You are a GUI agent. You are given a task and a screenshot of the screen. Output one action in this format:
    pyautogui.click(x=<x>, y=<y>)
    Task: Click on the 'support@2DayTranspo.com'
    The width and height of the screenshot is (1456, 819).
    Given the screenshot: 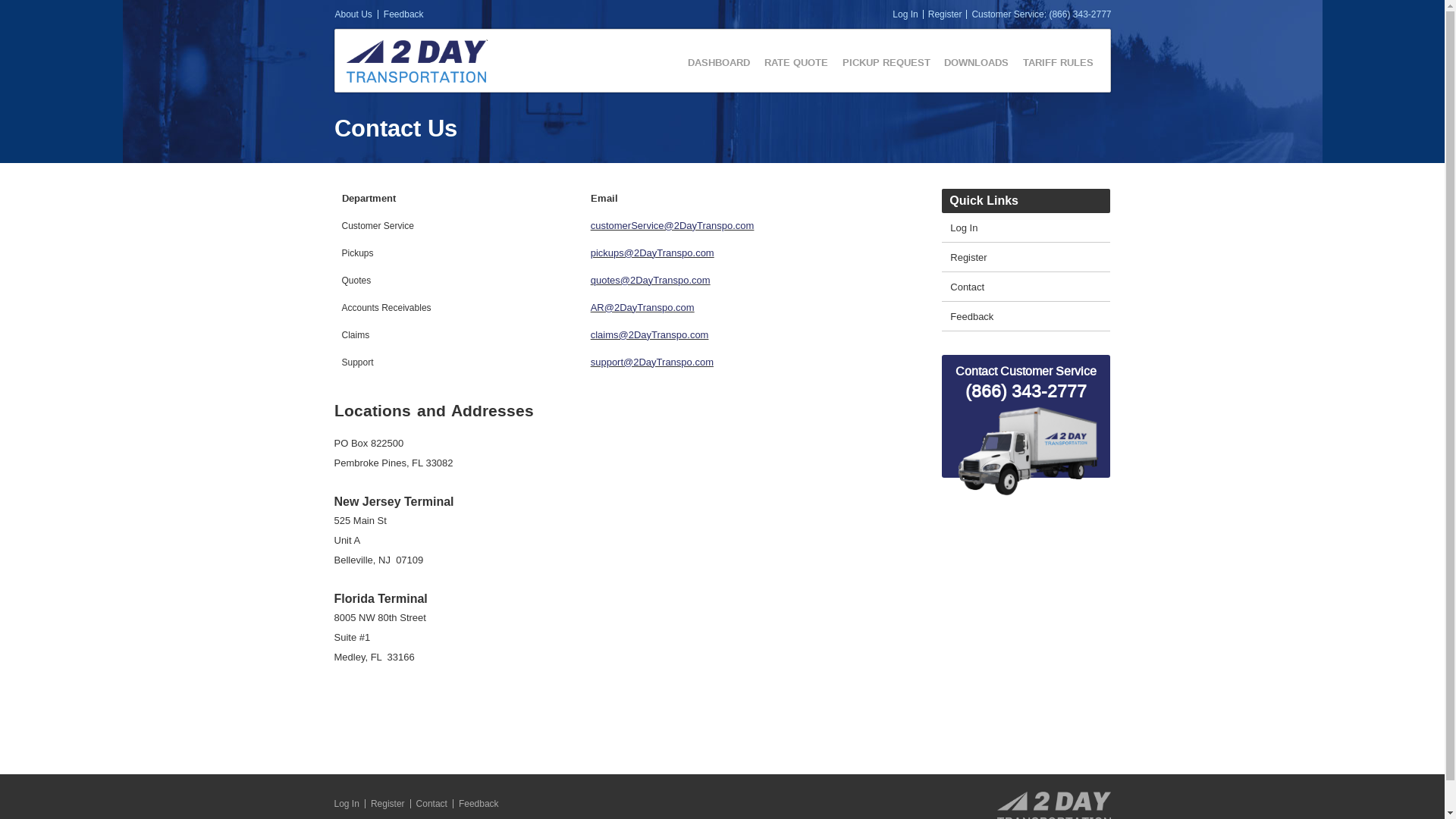 What is the action you would take?
    pyautogui.click(x=651, y=362)
    